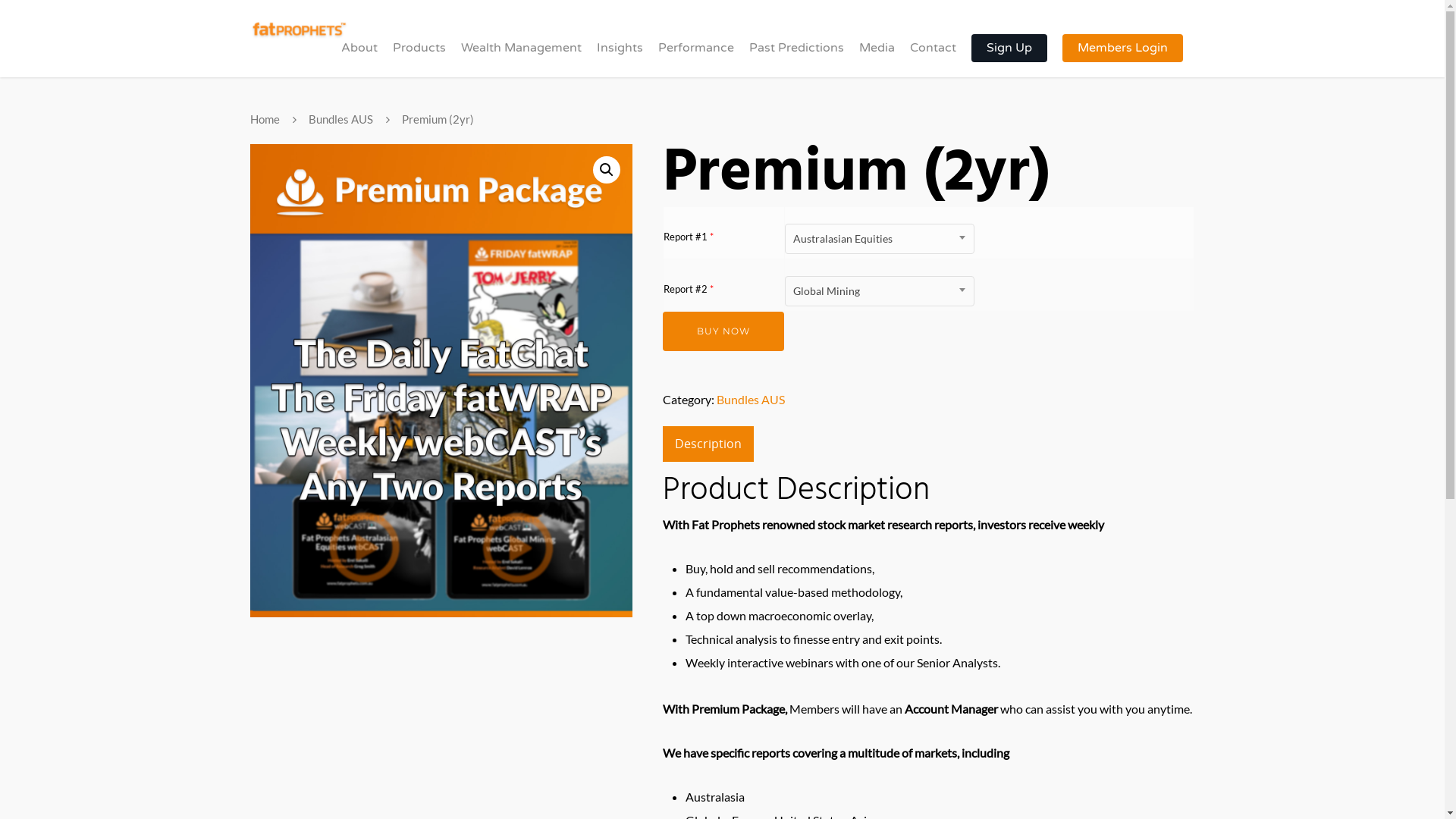  Describe the element at coordinates (932, 58) in the screenshot. I see `'Contact'` at that location.